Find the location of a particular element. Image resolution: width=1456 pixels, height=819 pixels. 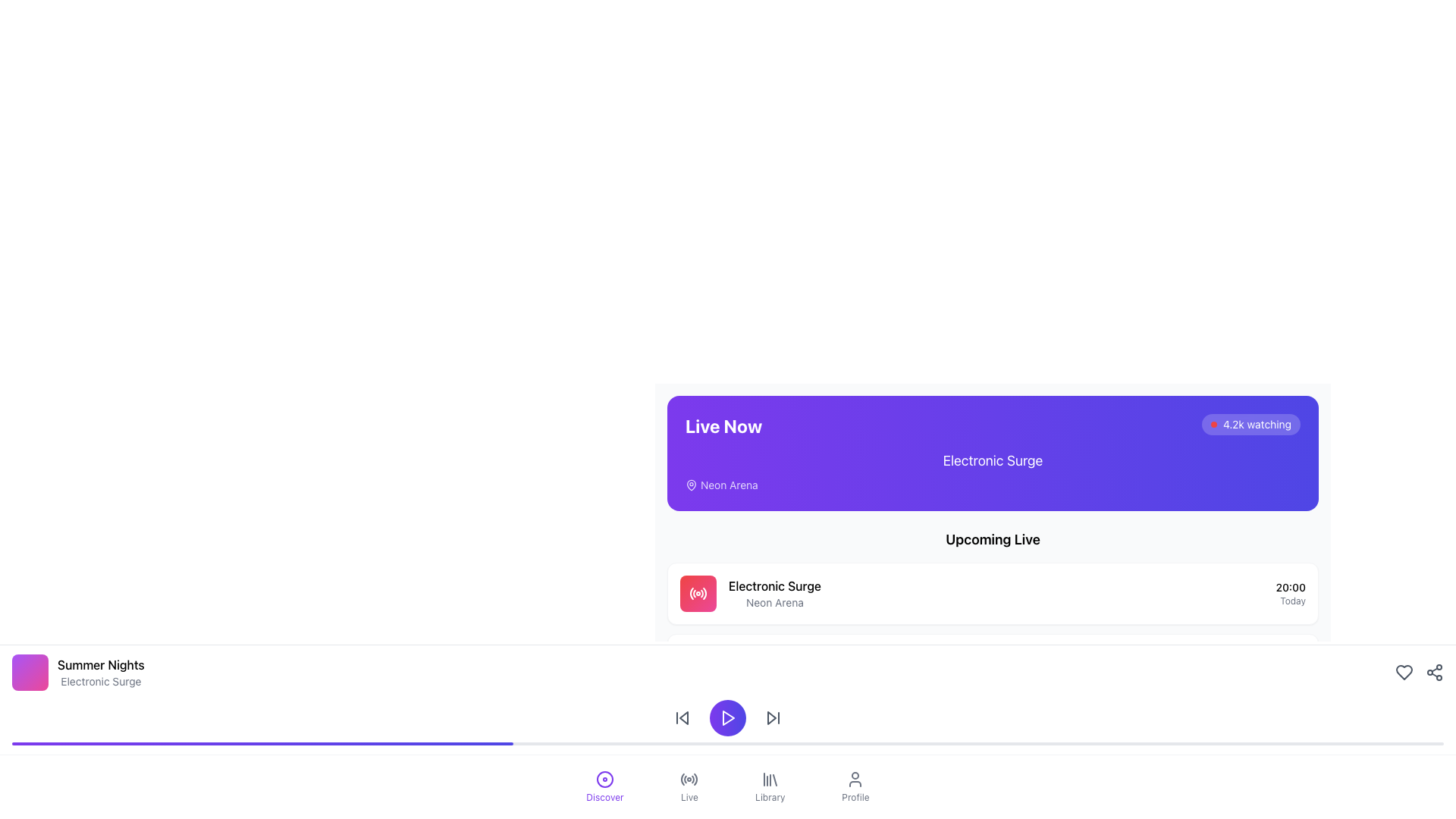

the first interactive media playback control button located to the immediate left of the circular play button is located at coordinates (682, 717).